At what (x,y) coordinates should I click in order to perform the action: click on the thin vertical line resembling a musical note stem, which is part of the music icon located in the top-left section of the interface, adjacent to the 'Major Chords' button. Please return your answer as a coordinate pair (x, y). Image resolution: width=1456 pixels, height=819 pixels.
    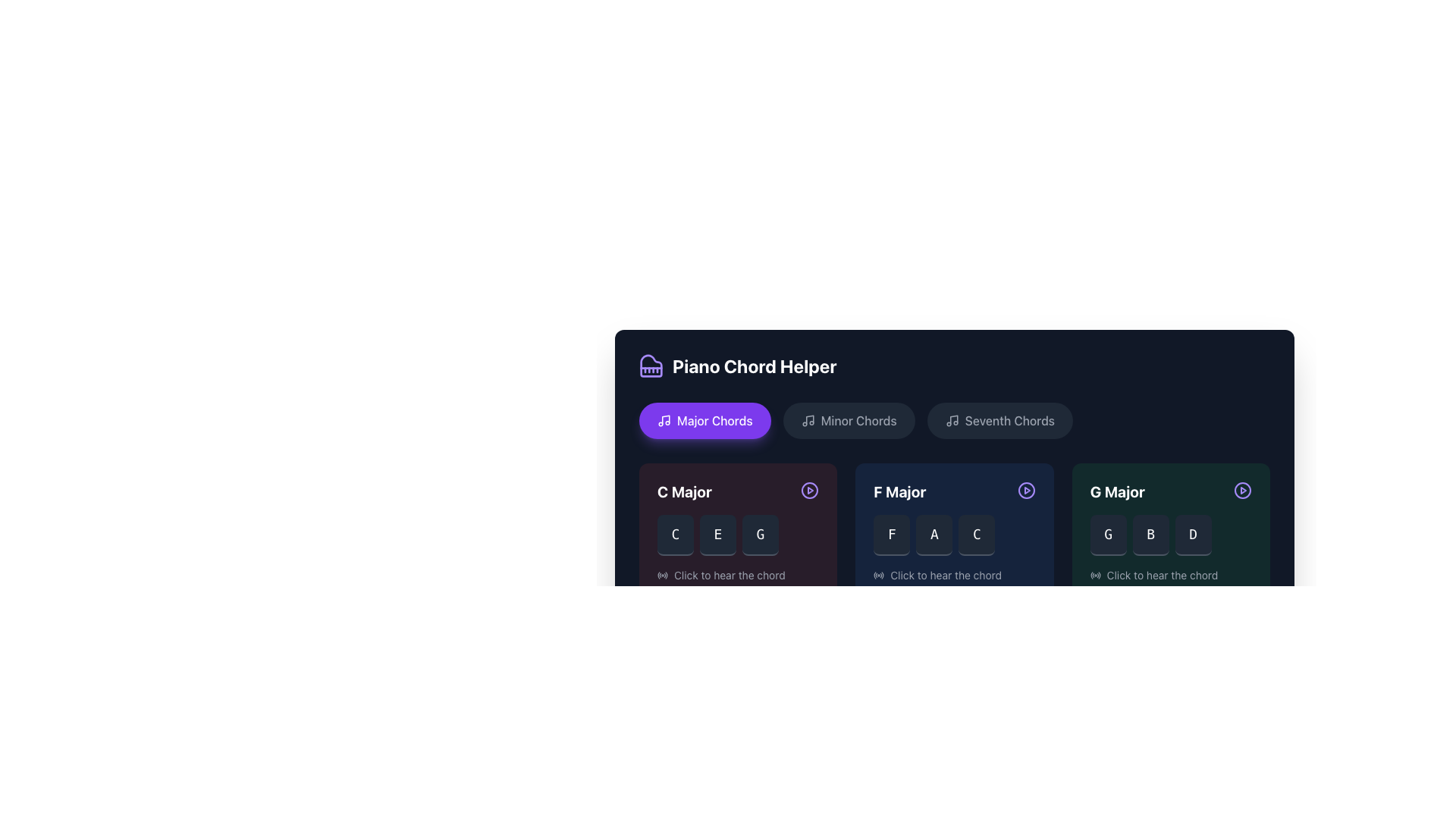
    Looking at the image, I should click on (666, 419).